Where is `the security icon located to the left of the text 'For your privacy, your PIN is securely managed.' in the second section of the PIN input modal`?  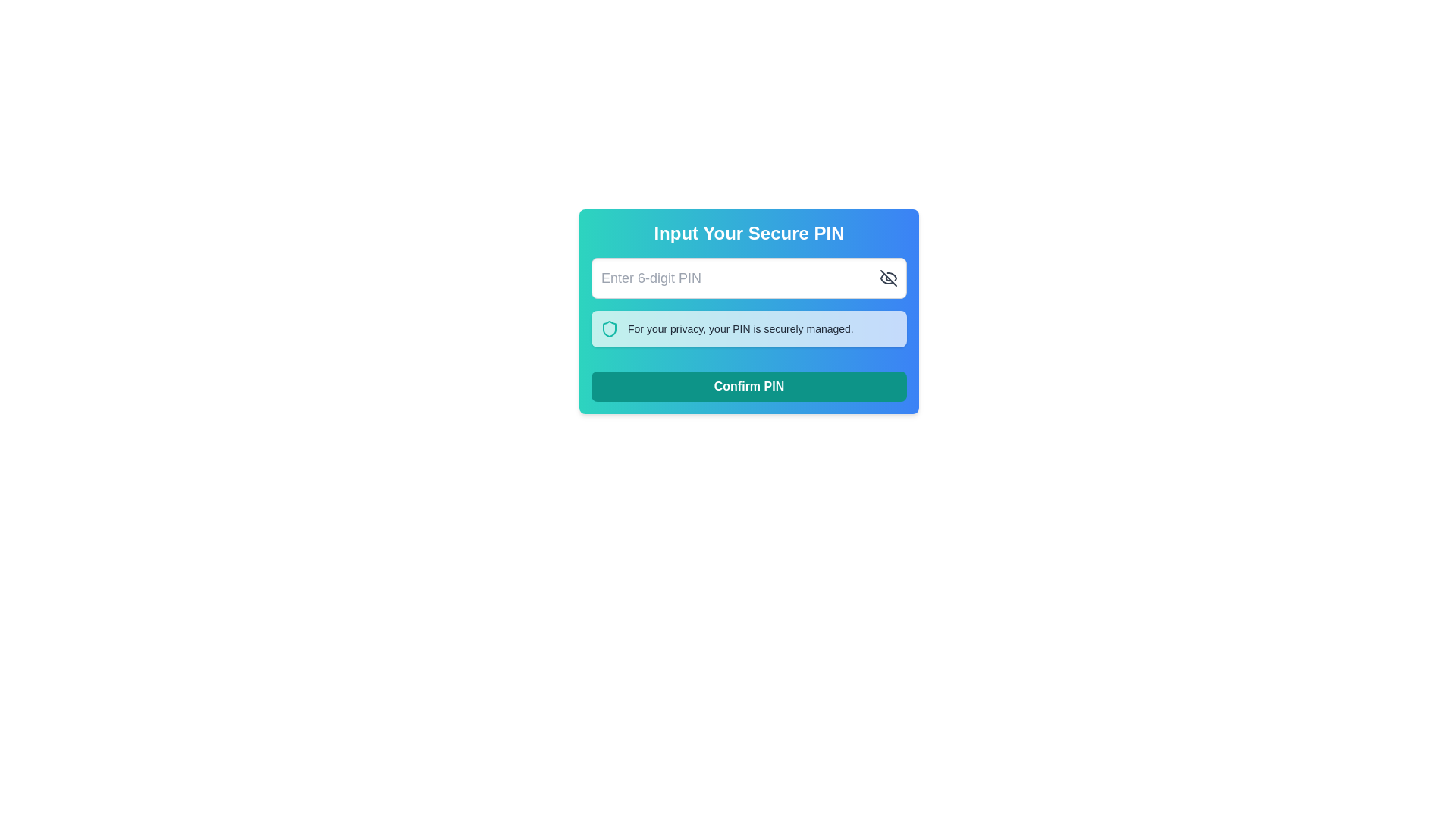
the security icon located to the left of the text 'For your privacy, your PIN is securely managed.' in the second section of the PIN input modal is located at coordinates (610, 328).